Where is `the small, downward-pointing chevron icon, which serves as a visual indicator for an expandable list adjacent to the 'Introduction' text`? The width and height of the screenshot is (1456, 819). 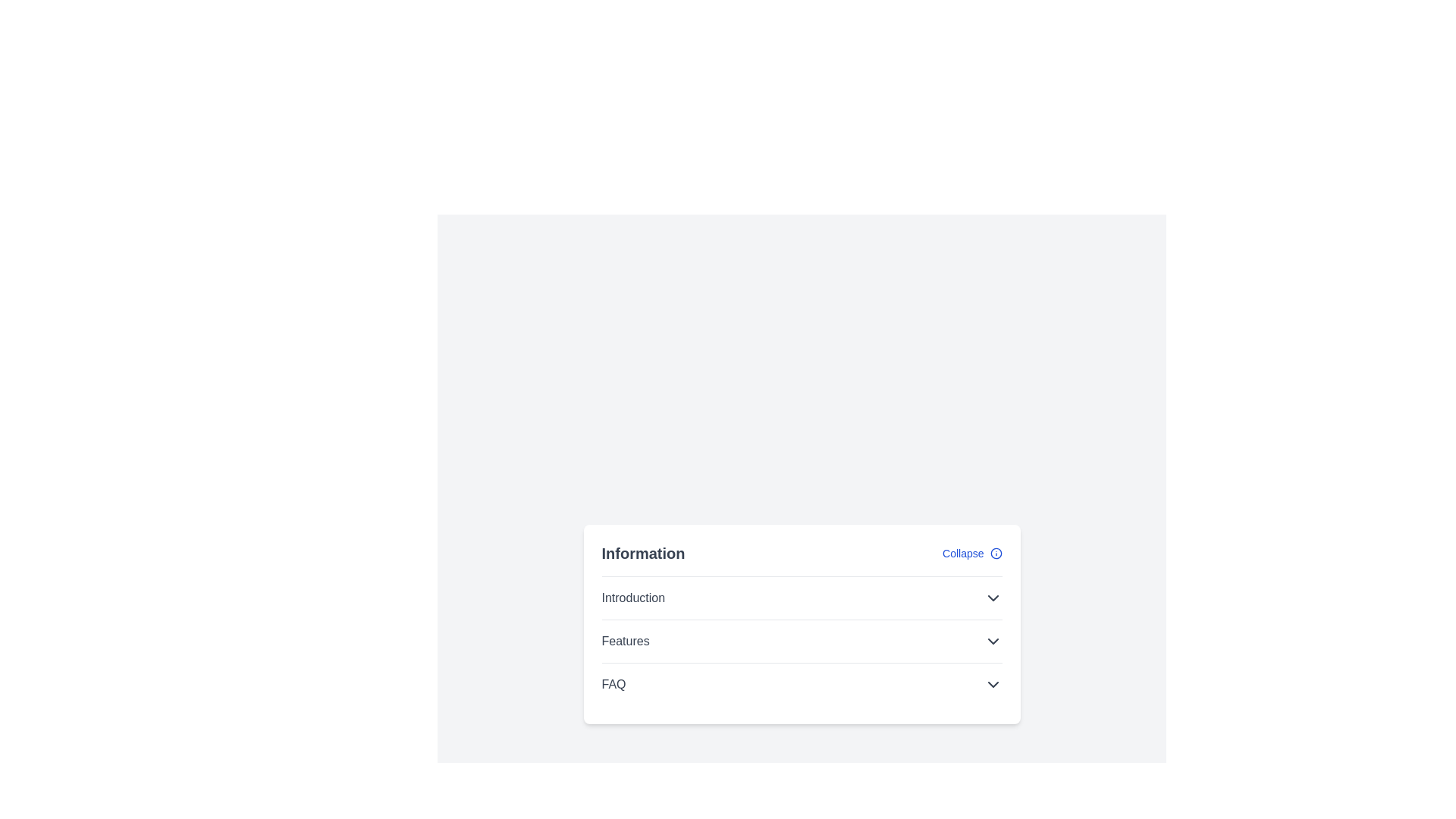
the small, downward-pointing chevron icon, which serves as a visual indicator for an expandable list adjacent to the 'Introduction' text is located at coordinates (993, 597).